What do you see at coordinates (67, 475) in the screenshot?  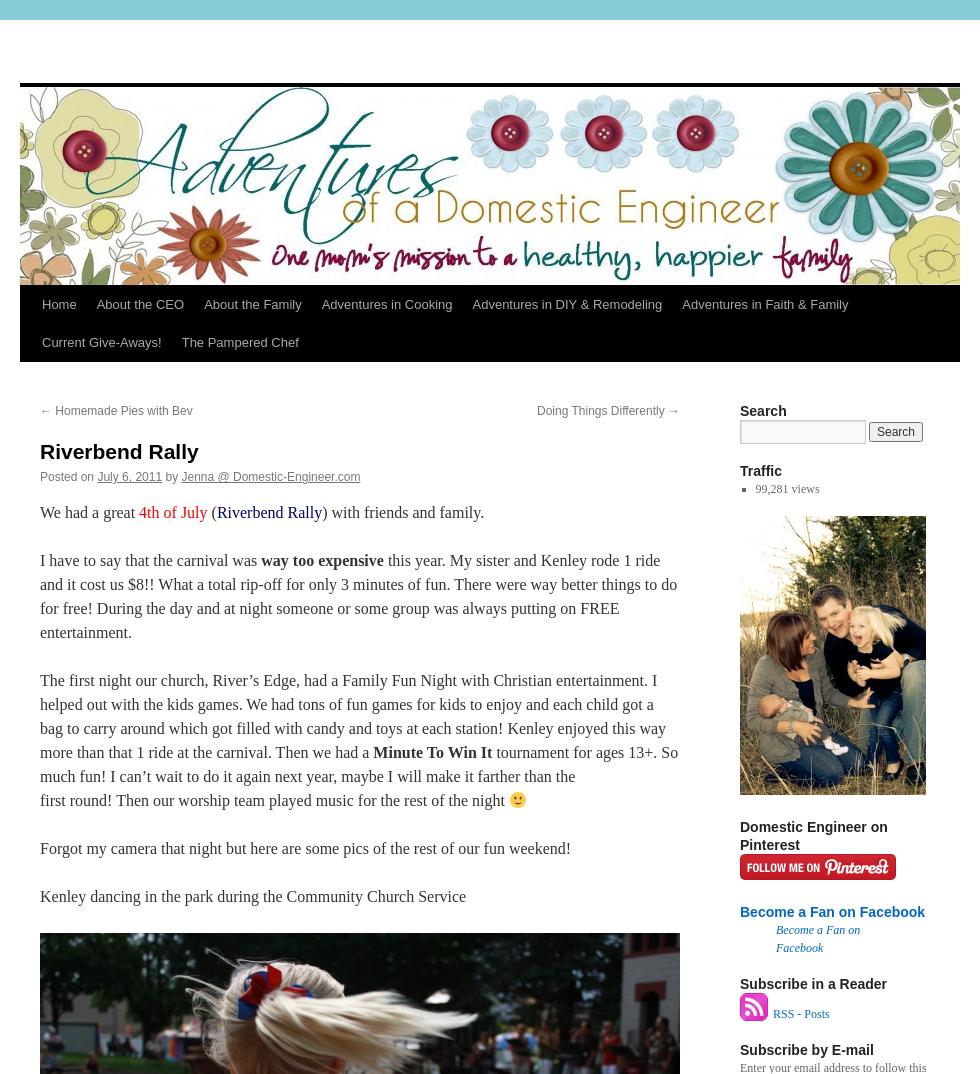 I see `'Posted on'` at bounding box center [67, 475].